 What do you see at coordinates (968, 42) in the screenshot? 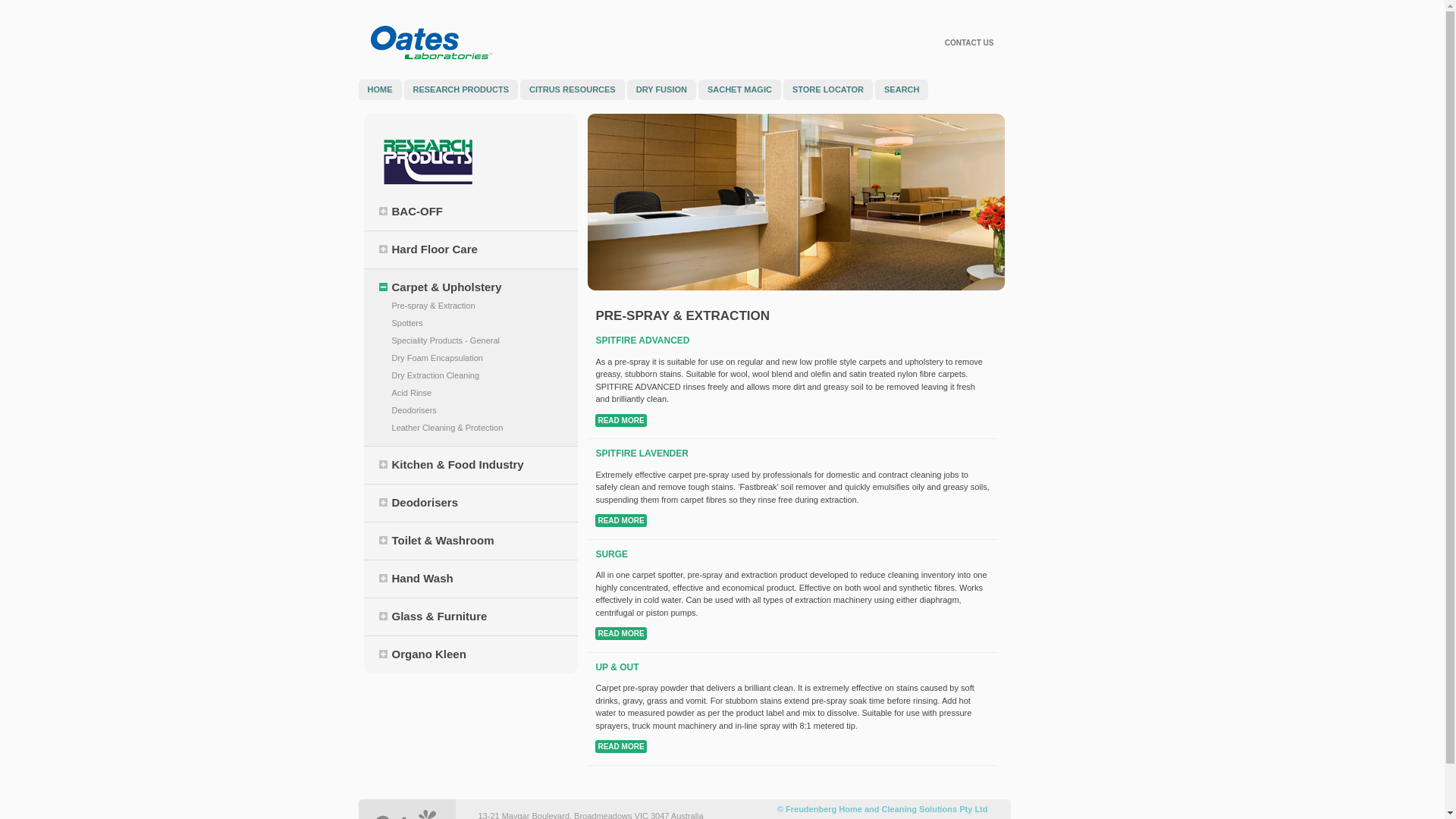
I see `'CONTACT US'` at bounding box center [968, 42].